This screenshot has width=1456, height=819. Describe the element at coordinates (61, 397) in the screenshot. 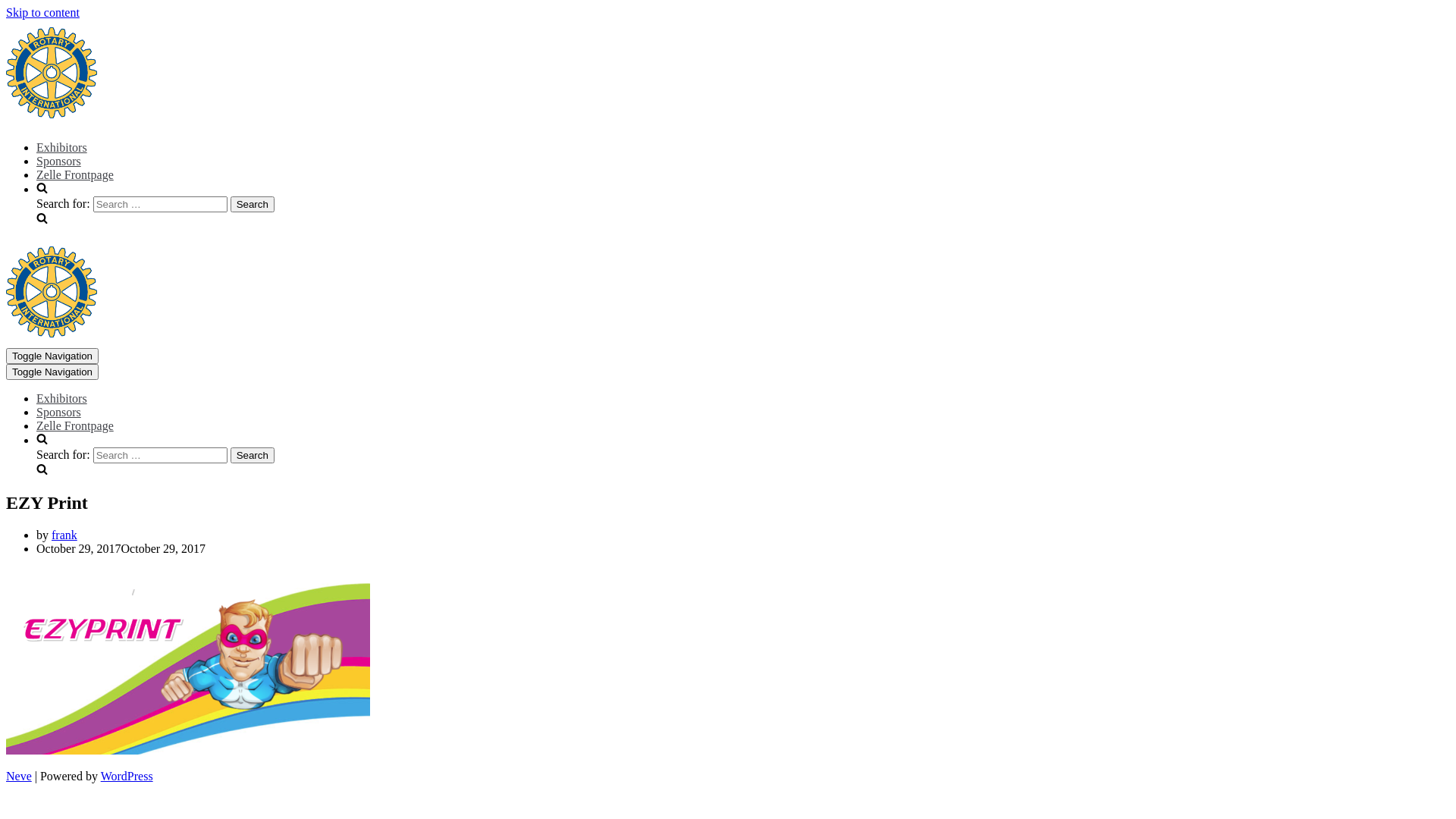

I see `'Exhibitors'` at that location.